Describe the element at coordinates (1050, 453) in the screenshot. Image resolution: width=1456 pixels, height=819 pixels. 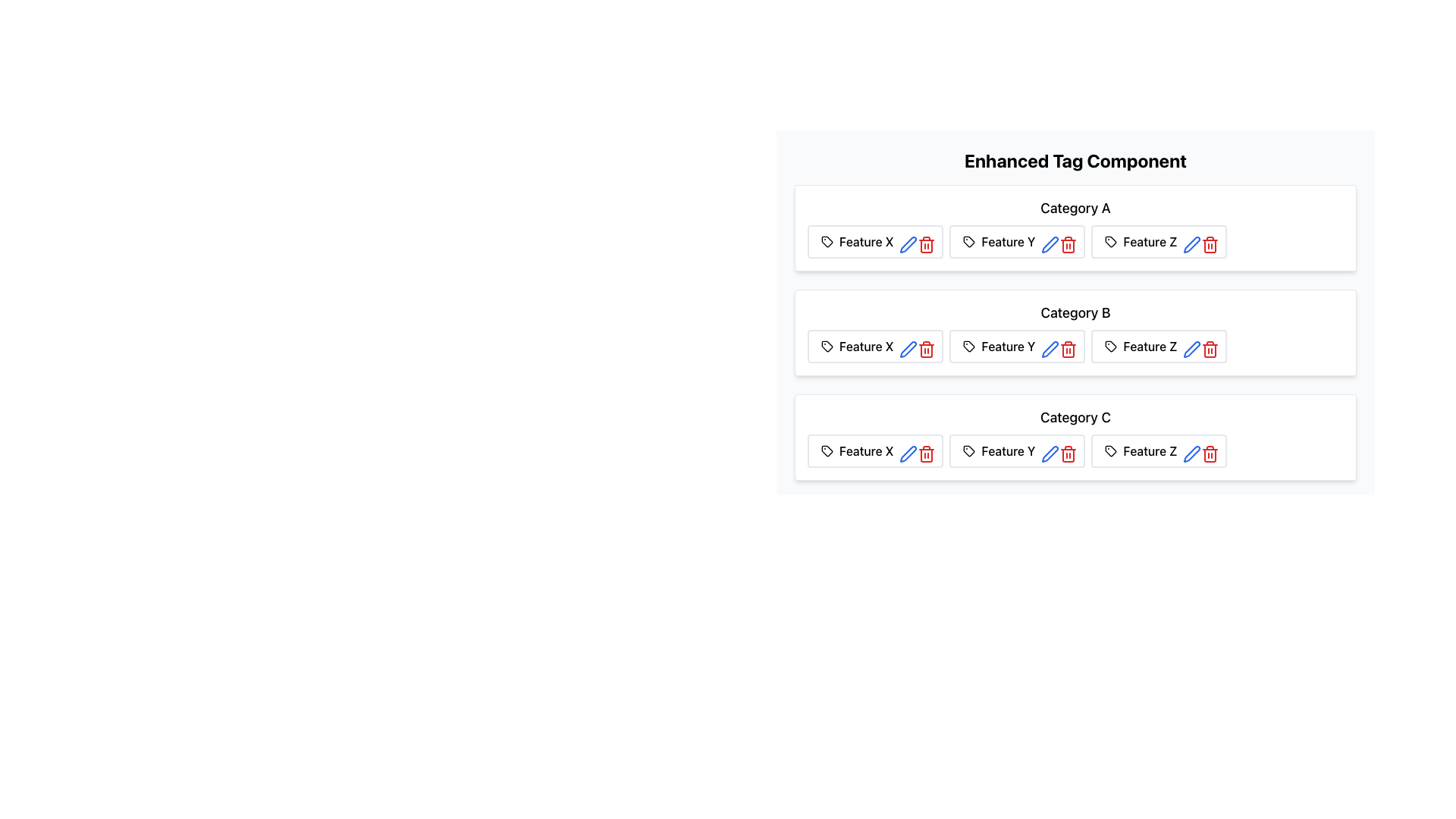
I see `the blue pen icon button in the 'Feature Y' section under 'Category C'` at that location.